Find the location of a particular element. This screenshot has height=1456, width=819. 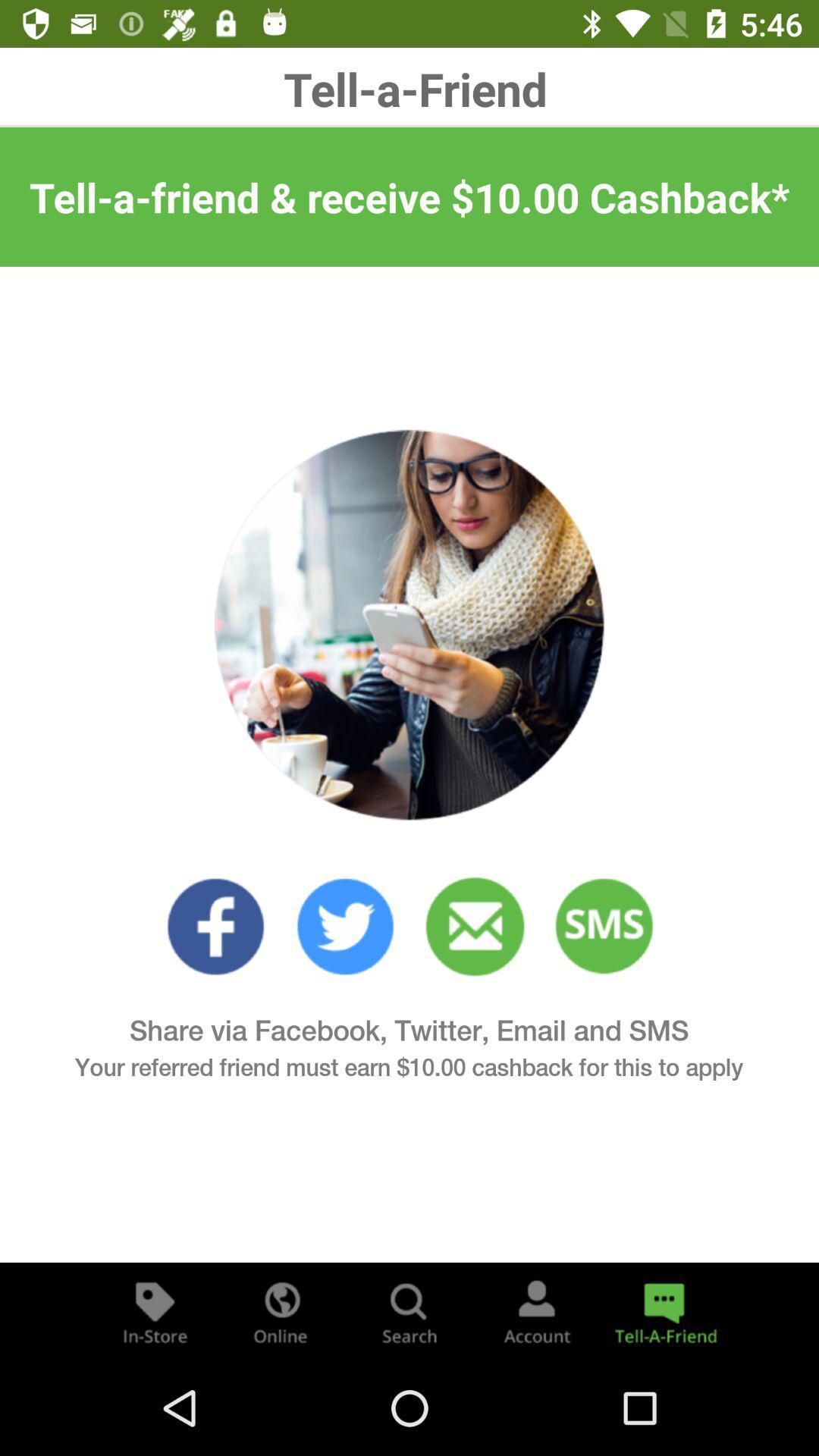

search option is located at coordinates (409, 1310).